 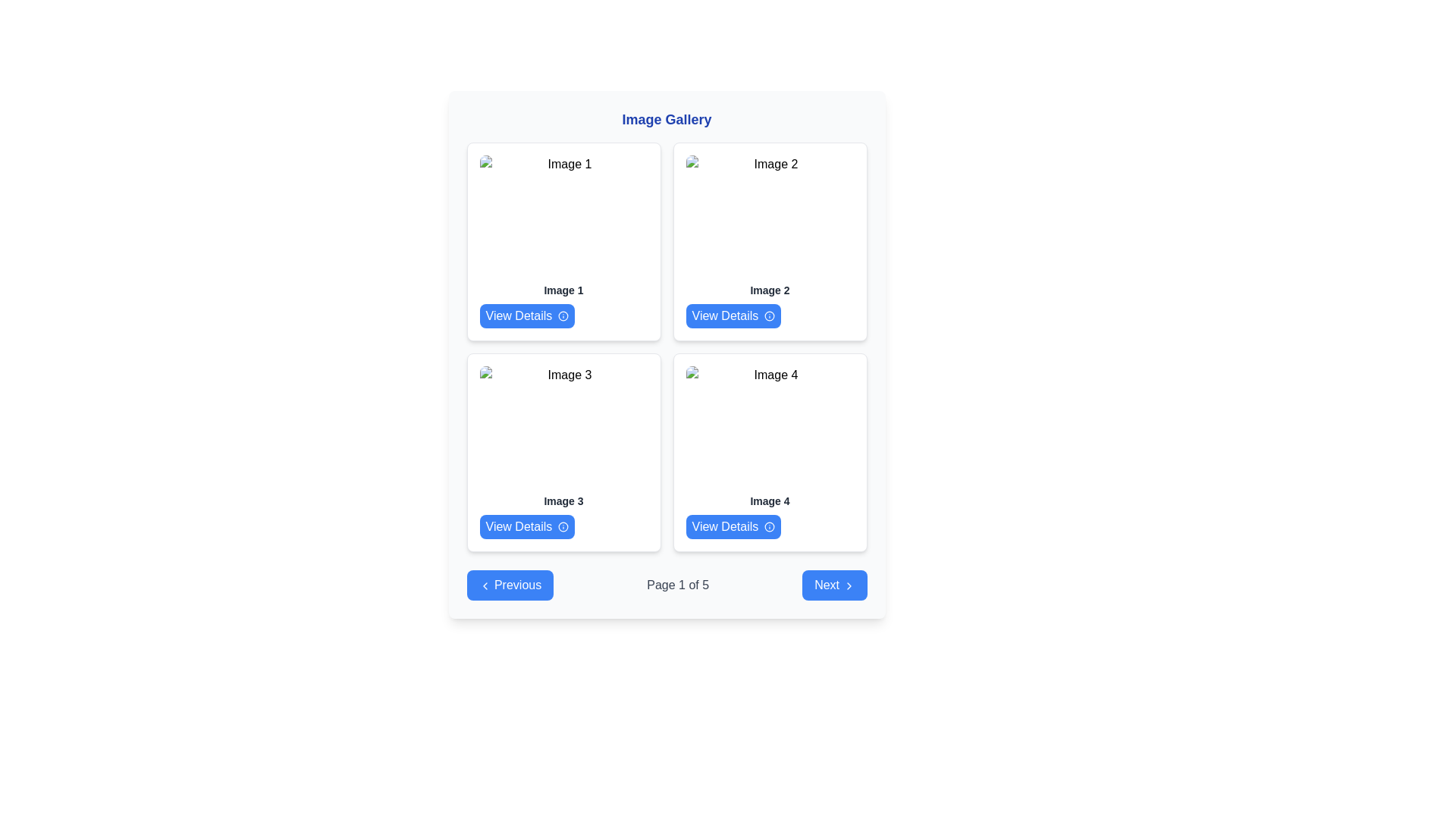 I want to click on the information icon, which is styled with a circular boundary and positioned at the far-right edge of the 'View Details' button in the first card of the grid, so click(x=563, y=315).